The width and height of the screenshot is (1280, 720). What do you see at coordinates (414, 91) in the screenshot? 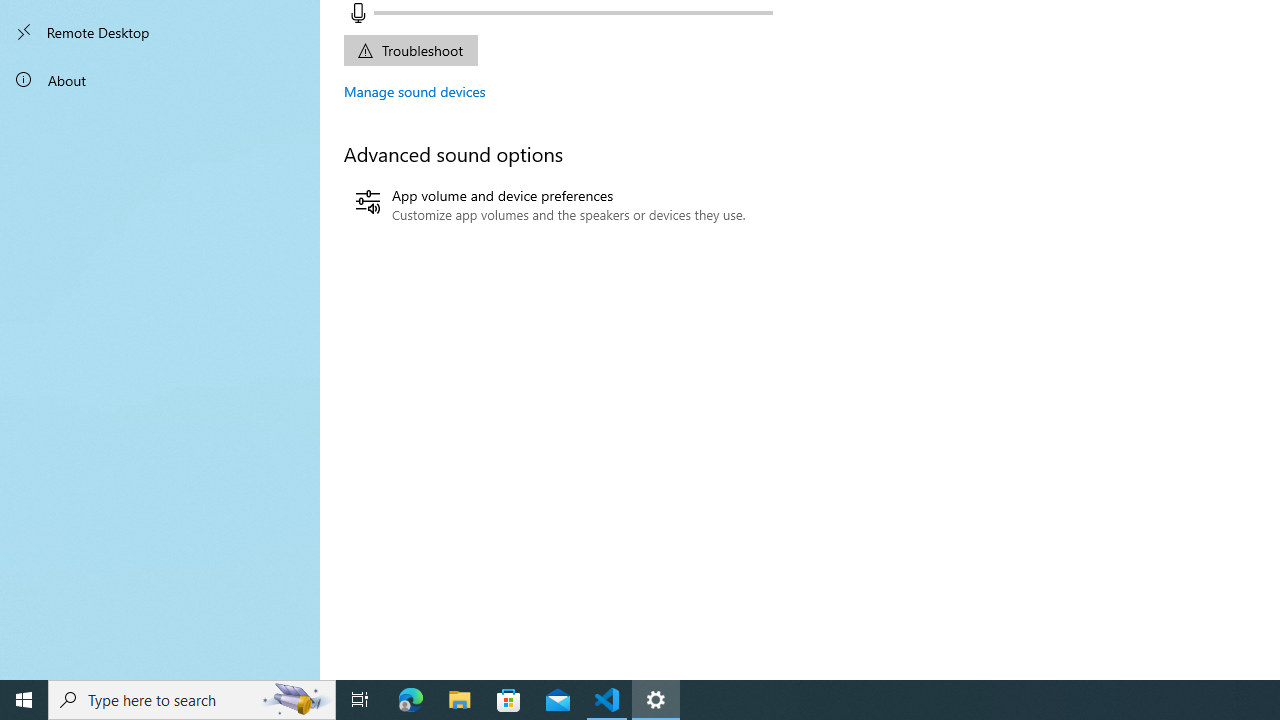
I see `'Manage sound devices'` at bounding box center [414, 91].